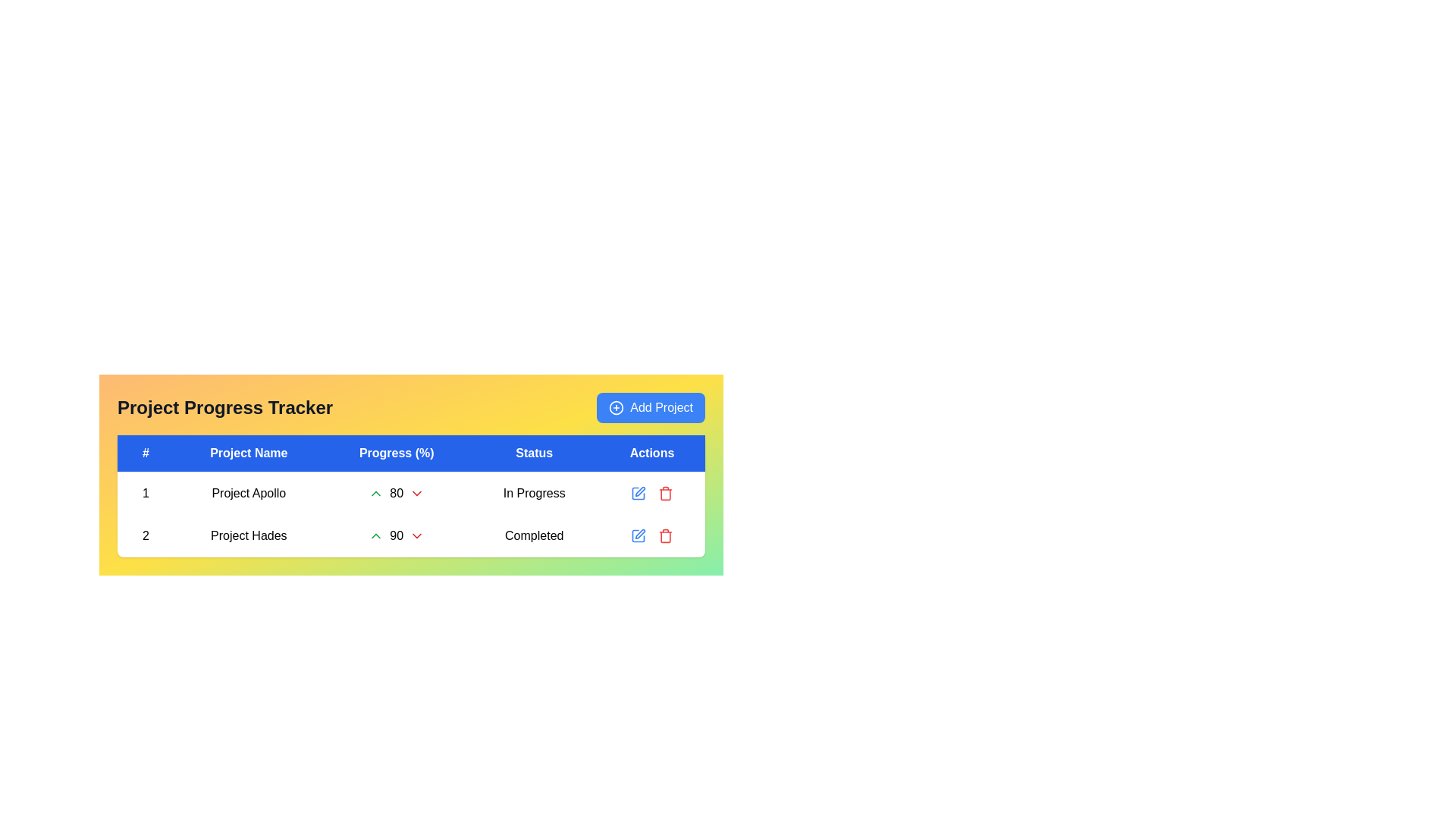  What do you see at coordinates (411, 453) in the screenshot?
I see `the Table Header Row of the 'Project Progress Tracker'` at bounding box center [411, 453].